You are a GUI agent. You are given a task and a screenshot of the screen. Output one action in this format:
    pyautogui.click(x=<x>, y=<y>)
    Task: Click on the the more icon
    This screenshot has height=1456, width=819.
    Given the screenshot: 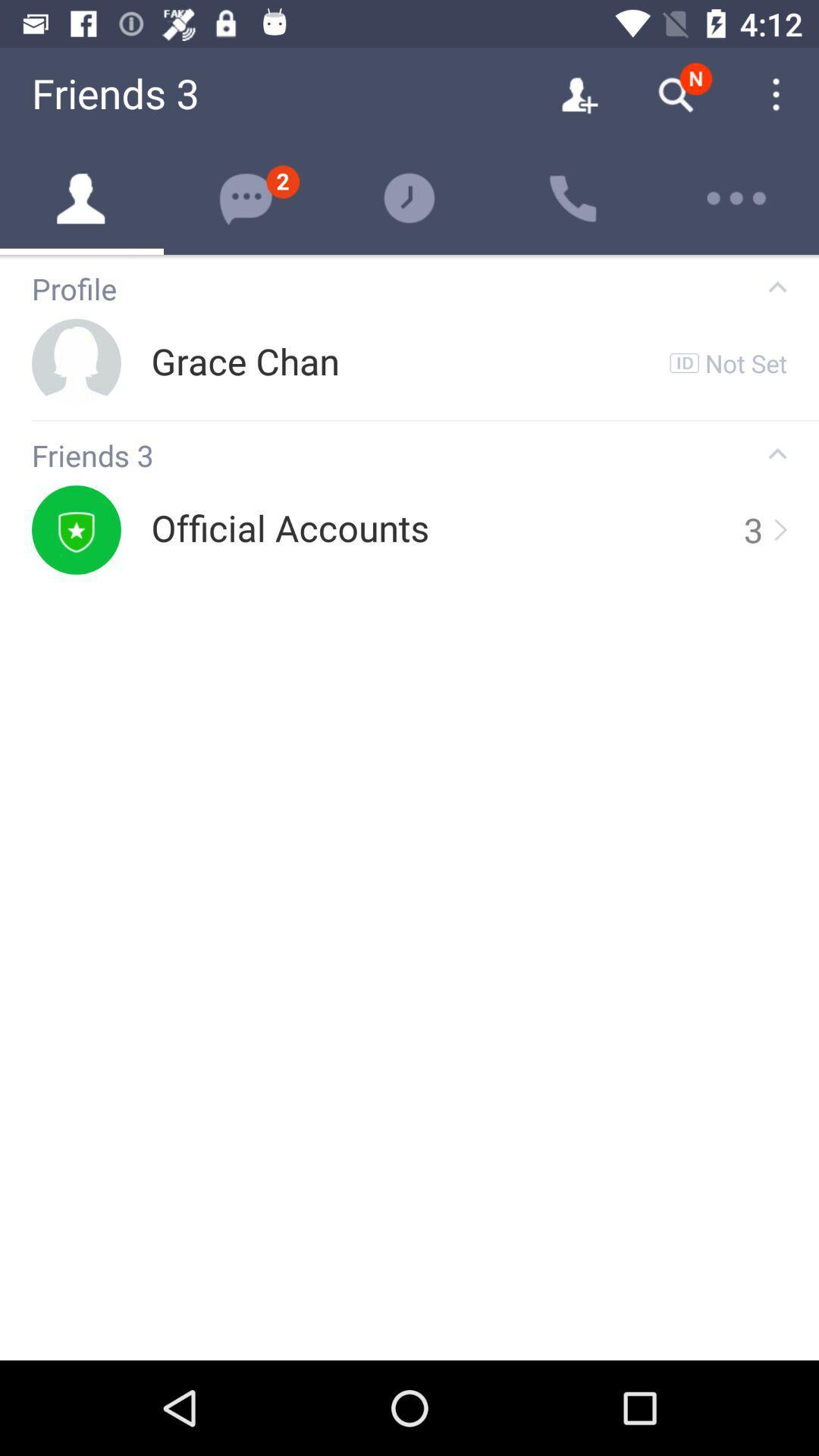 What is the action you would take?
    pyautogui.click(x=736, y=198)
    